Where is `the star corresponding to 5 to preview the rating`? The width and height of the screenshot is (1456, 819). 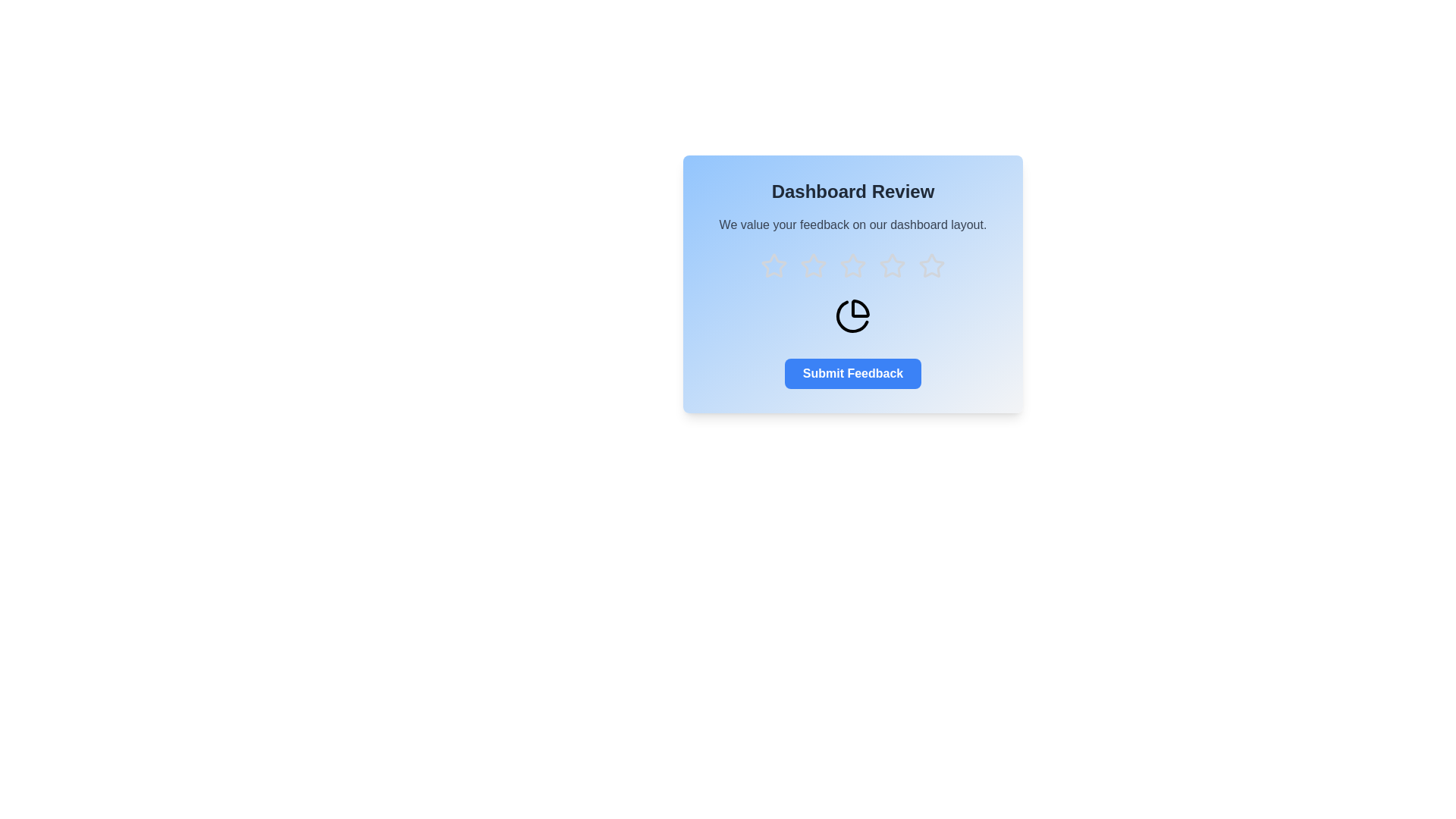
the star corresponding to 5 to preview the rating is located at coordinates (930, 265).